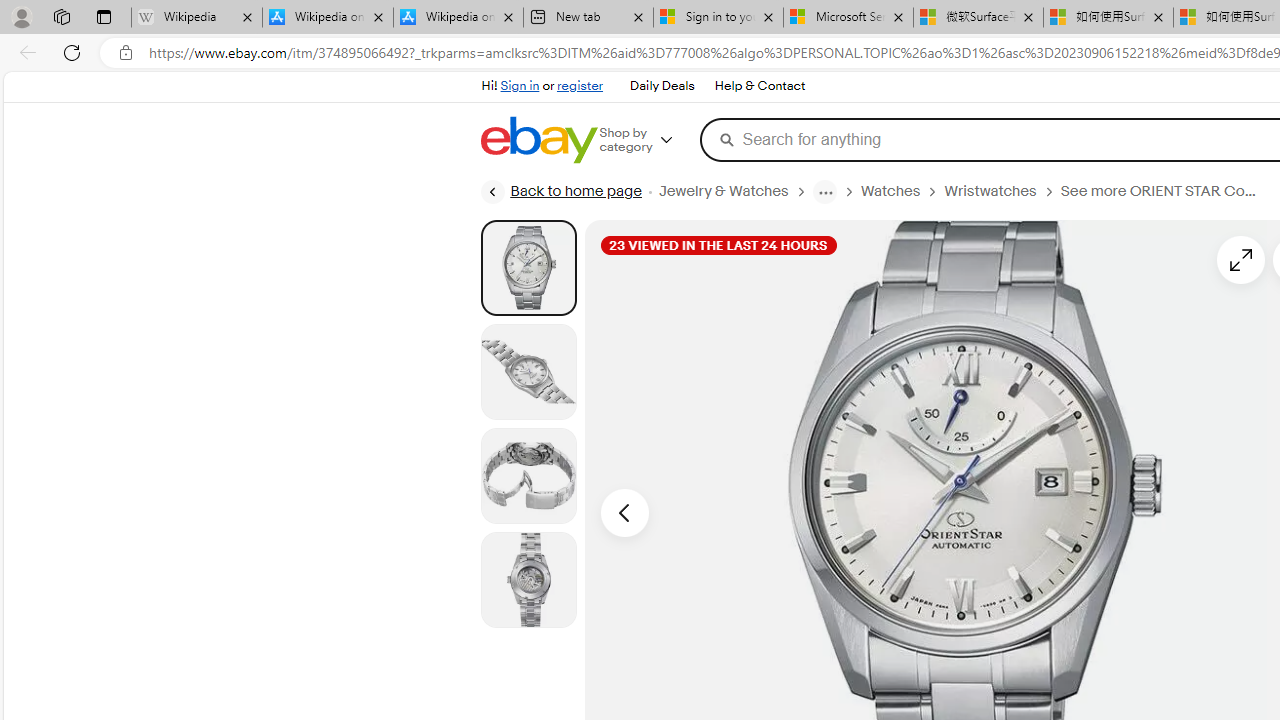 This screenshot has width=1280, height=720. I want to click on 'Watches', so click(901, 191).